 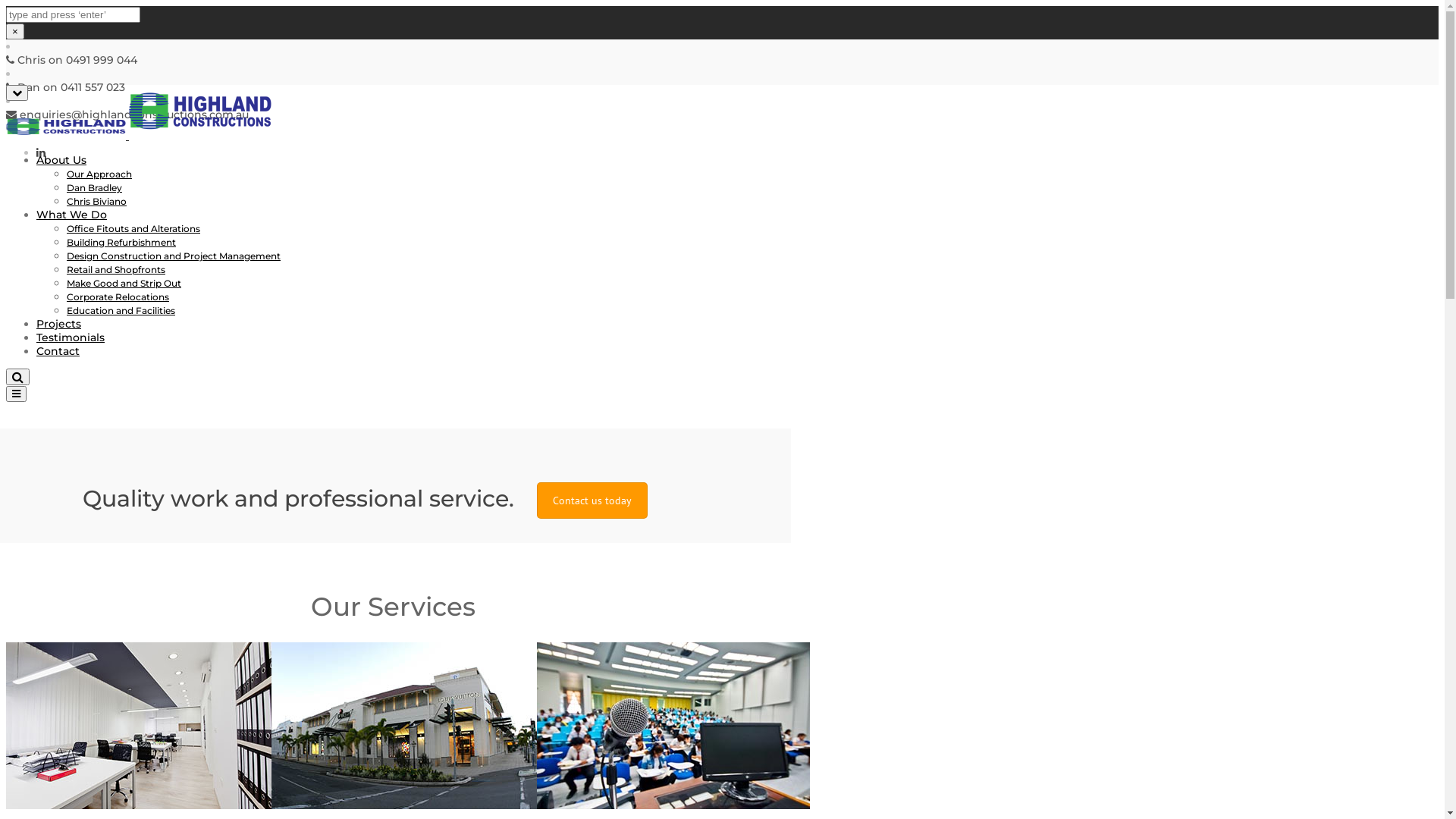 What do you see at coordinates (65, 173) in the screenshot?
I see `'Our Approach'` at bounding box center [65, 173].